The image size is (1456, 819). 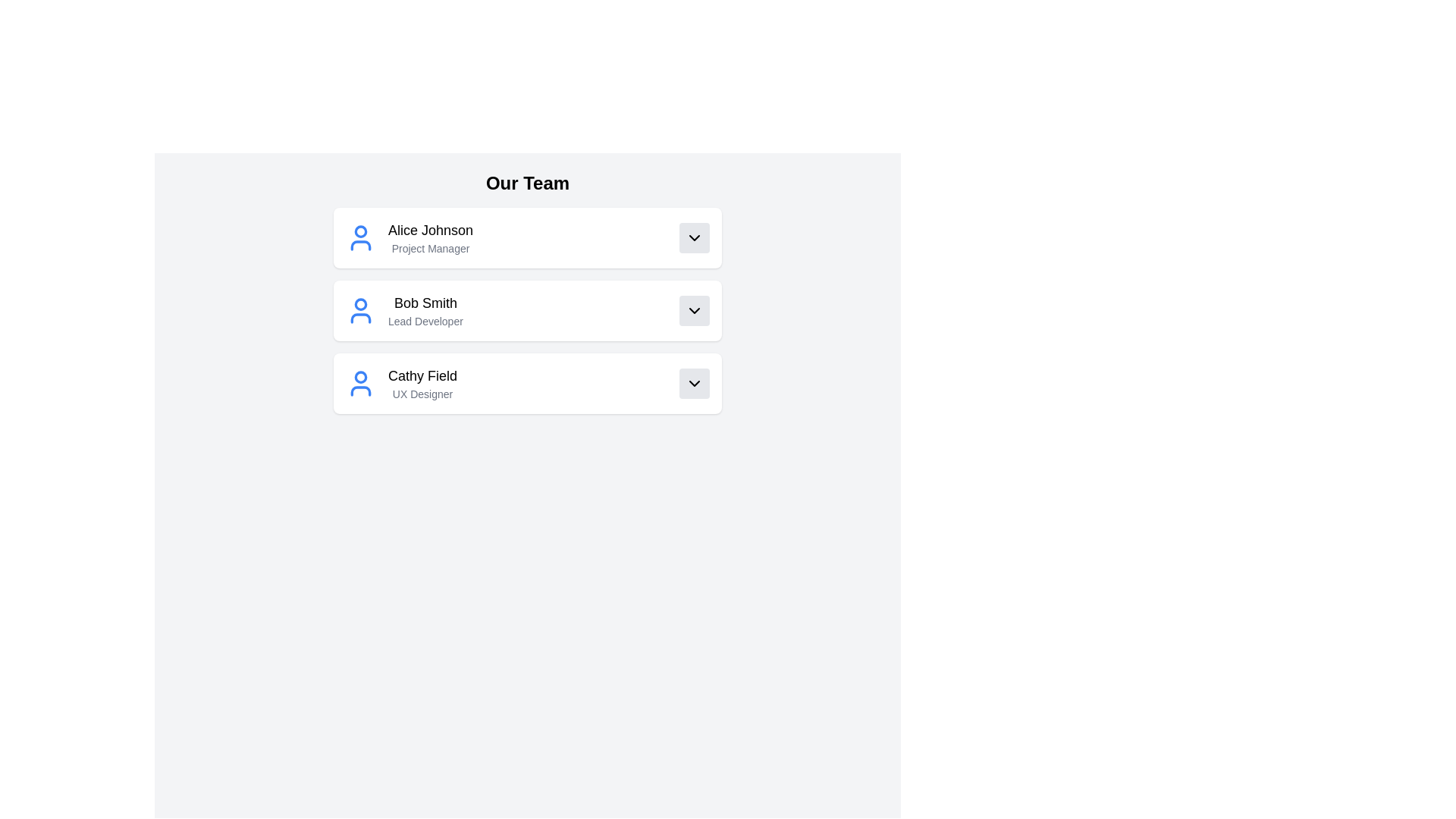 I want to click on the 'Lead Developer' text label which is styled in gray and located beneath 'Bob Smith' in the second card of the 'Our Team' section, so click(x=425, y=321).